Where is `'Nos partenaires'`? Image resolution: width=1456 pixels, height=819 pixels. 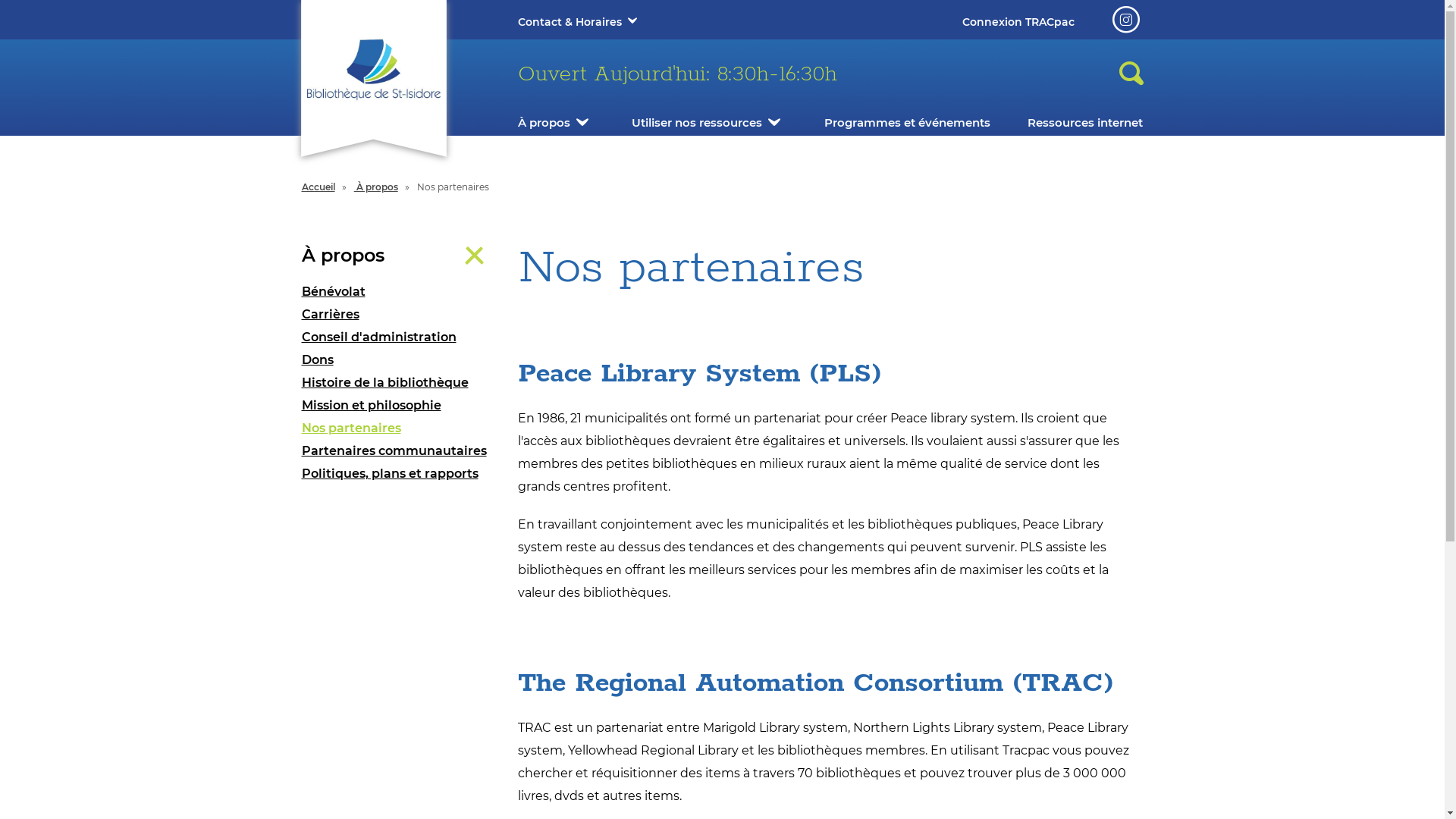
'Nos partenaires' is located at coordinates (398, 428).